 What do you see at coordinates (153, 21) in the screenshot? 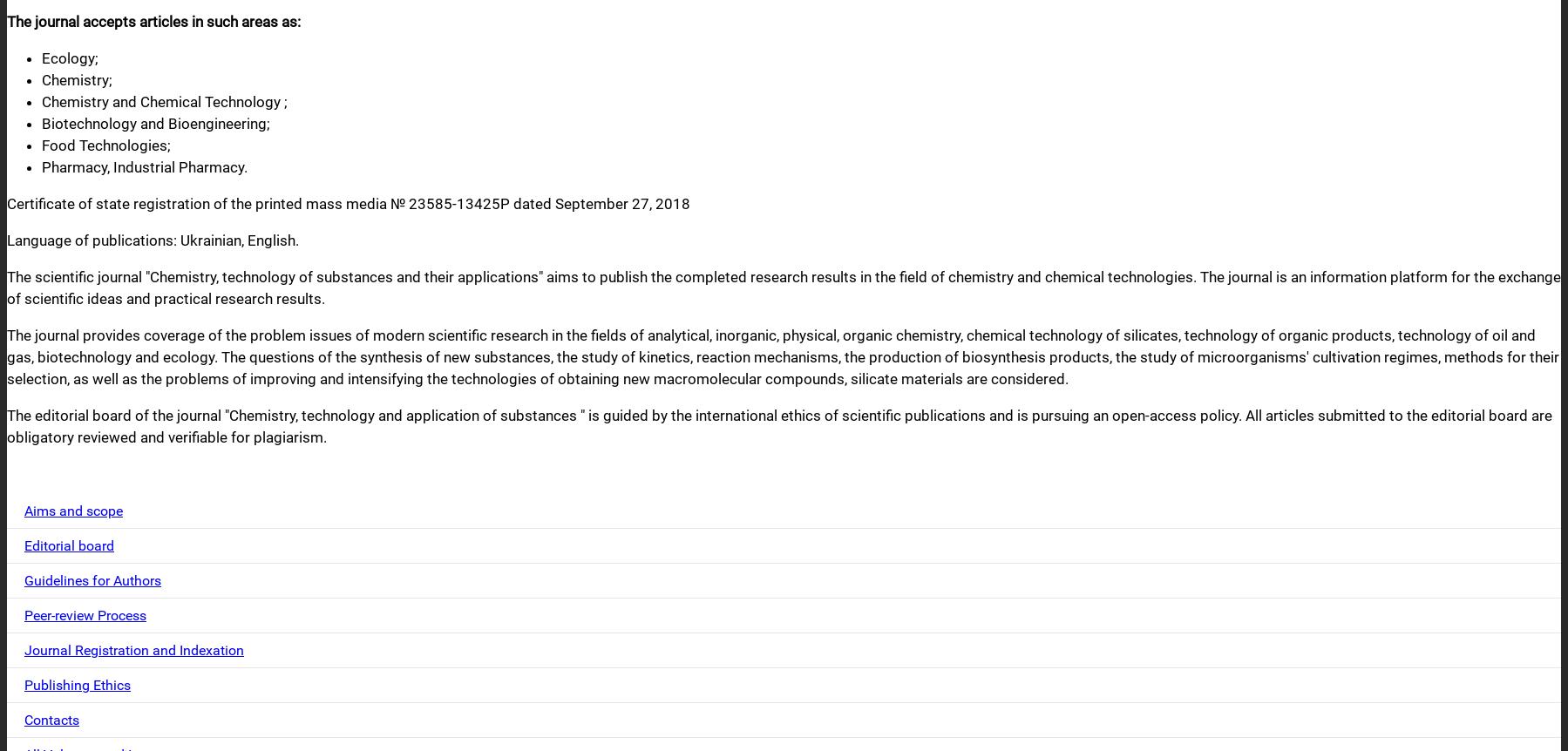
I see `'The journal accepts articles in such areas as:'` at bounding box center [153, 21].